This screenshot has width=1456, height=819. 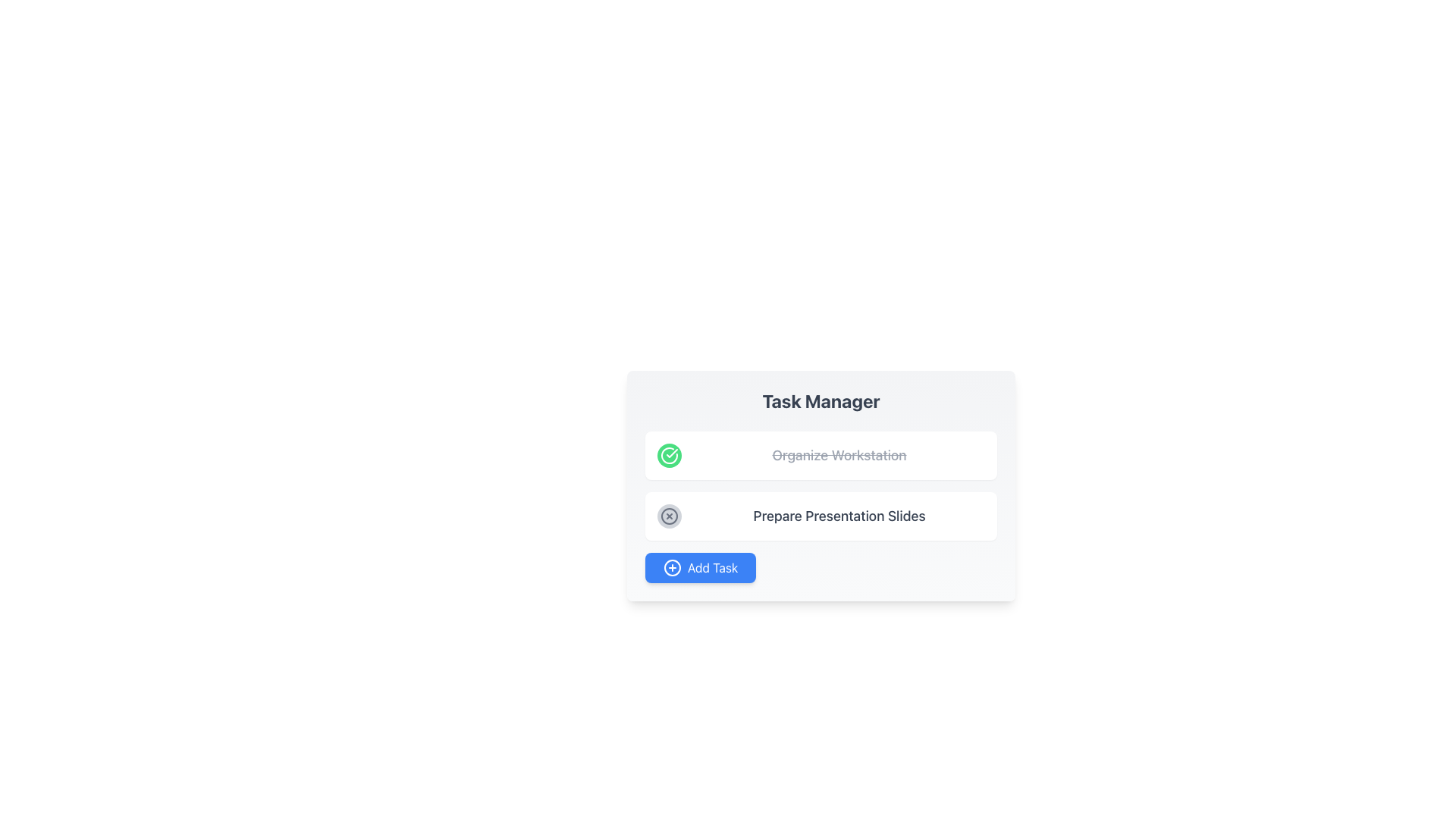 What do you see at coordinates (839, 516) in the screenshot?
I see `the text label displaying 'Prepare Presentation Slides', which is styled in a medium-sized, sans-serif font with a grayish color tone, positioned within a task card` at bounding box center [839, 516].